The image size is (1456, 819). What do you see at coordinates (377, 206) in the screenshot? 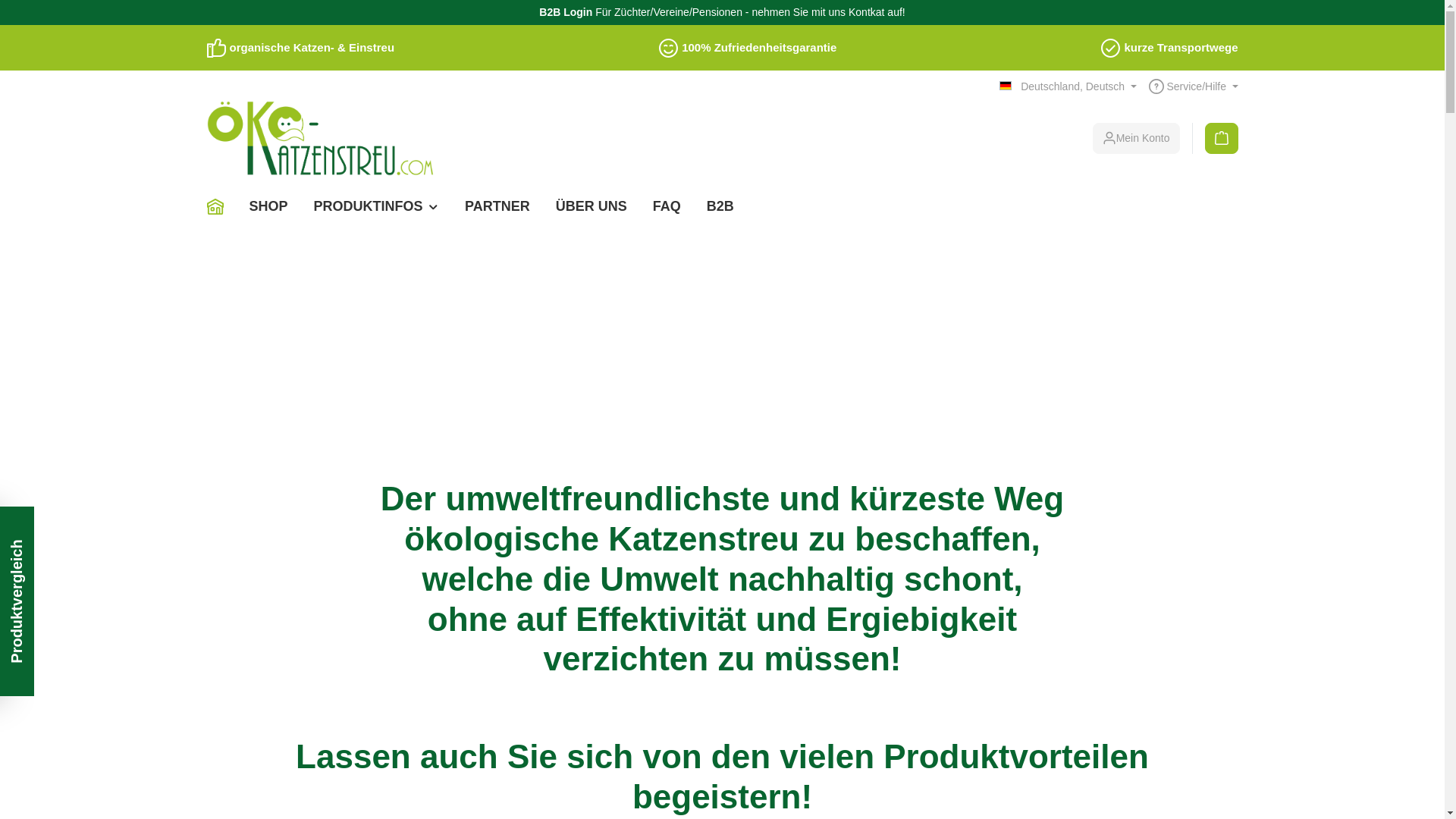
I see `'PRODUKTINFOS'` at bounding box center [377, 206].